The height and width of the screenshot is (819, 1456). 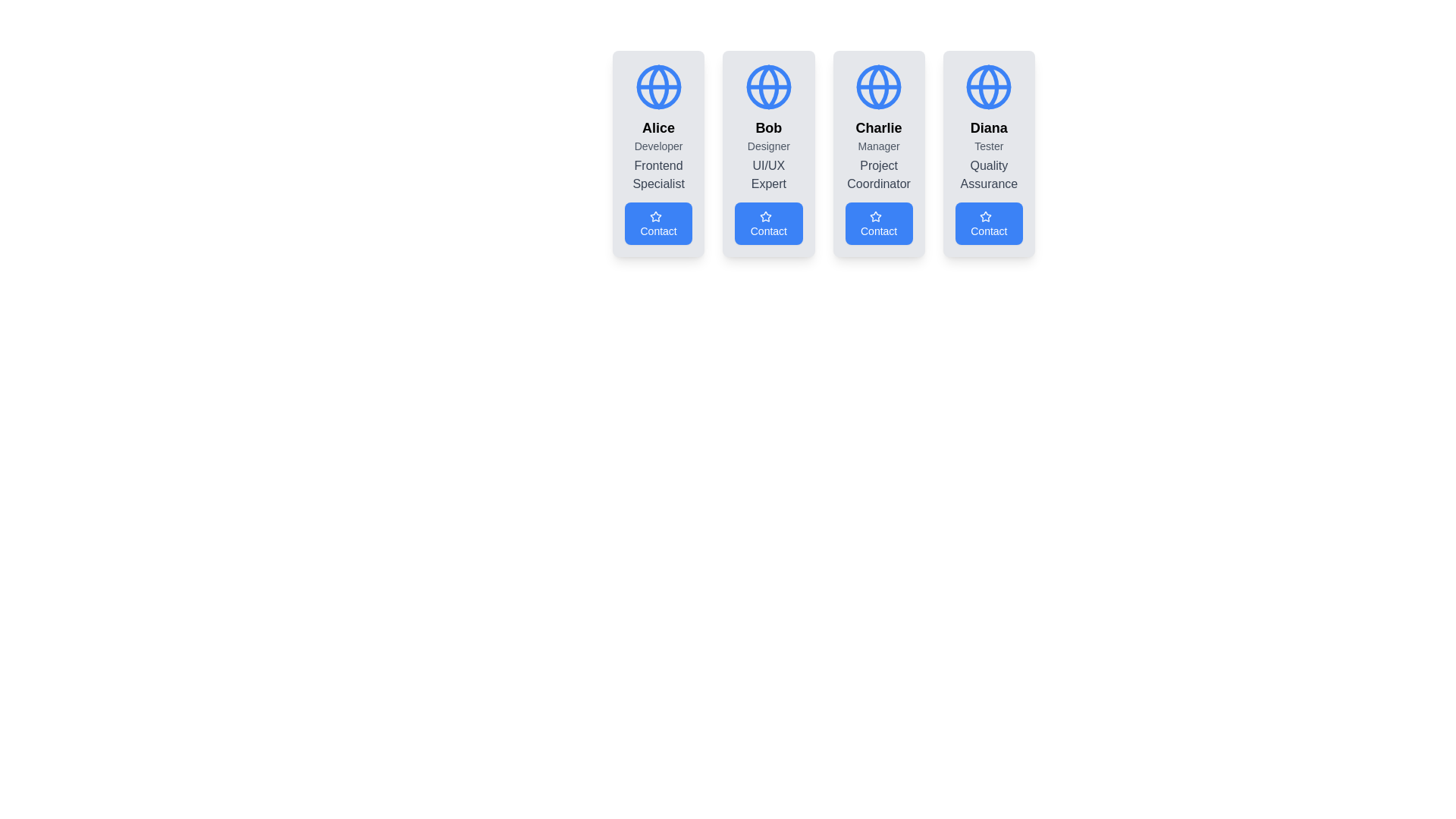 I want to click on the text field indicating the role or designation of the person in the profile card for 'Alice', located between the name and the description 'Frontend Specialist', so click(x=658, y=146).